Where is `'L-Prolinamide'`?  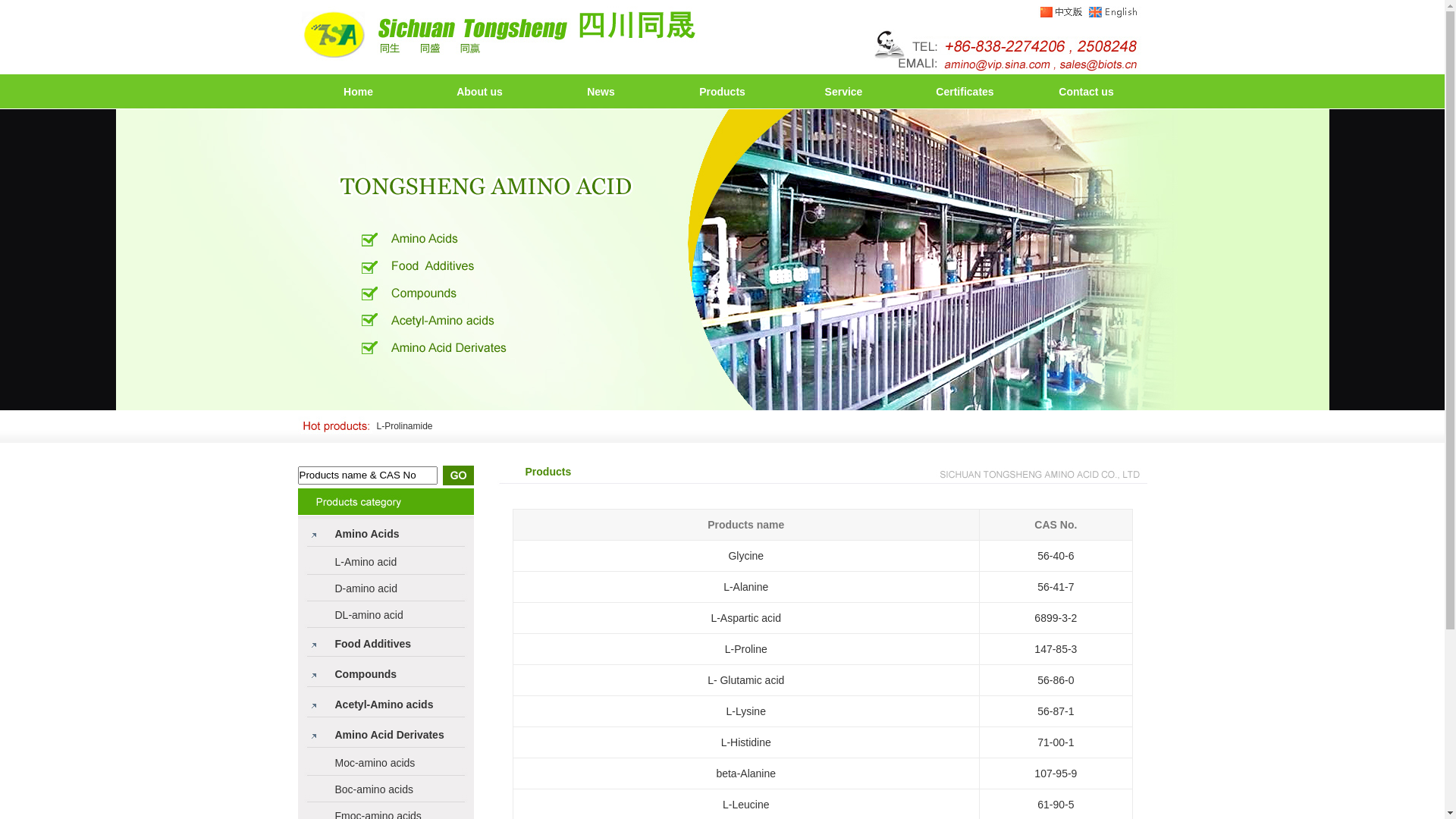
'L-Prolinamide' is located at coordinates (403, 426).